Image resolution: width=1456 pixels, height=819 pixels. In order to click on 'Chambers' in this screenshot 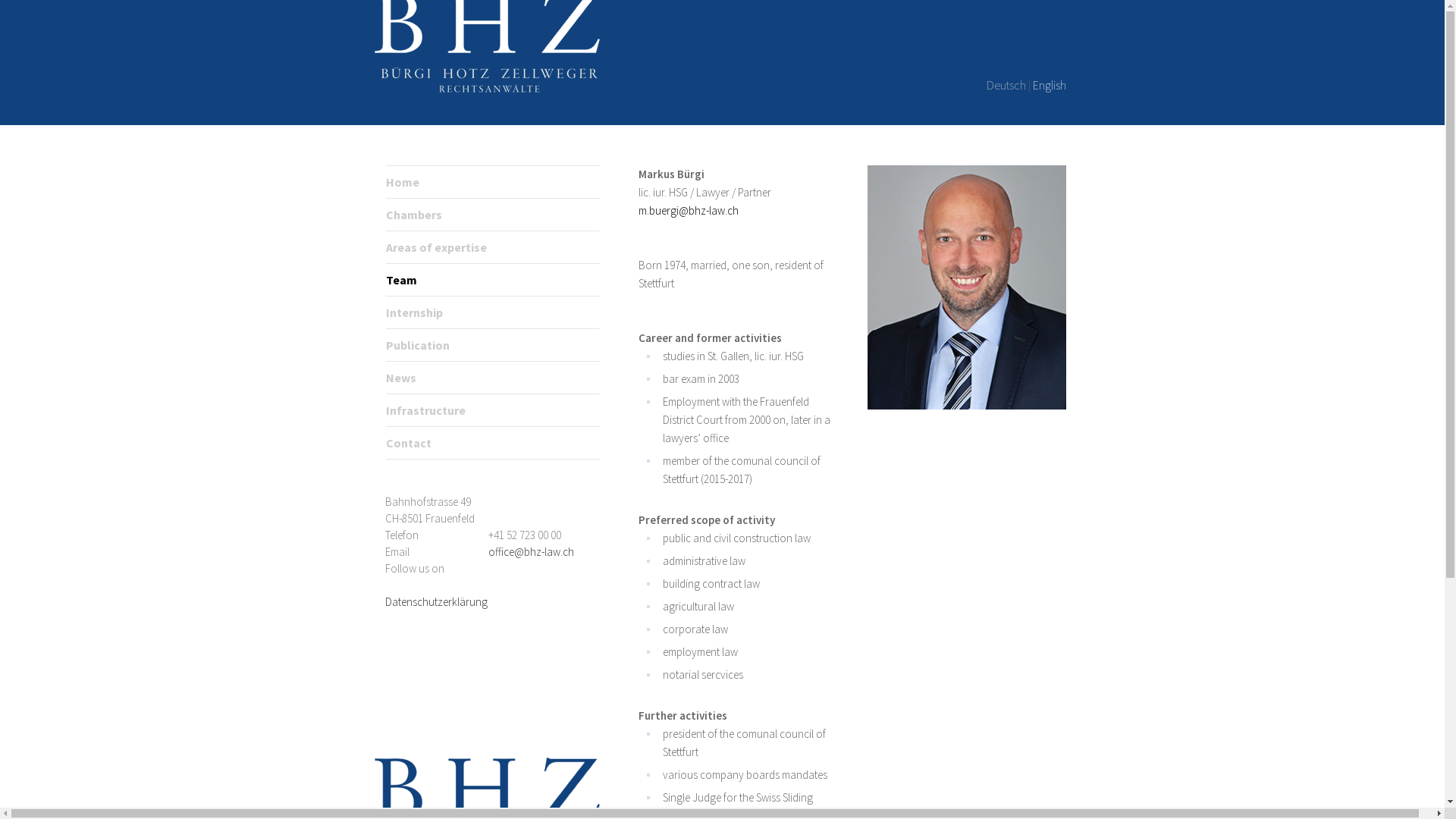, I will do `click(413, 214)`.